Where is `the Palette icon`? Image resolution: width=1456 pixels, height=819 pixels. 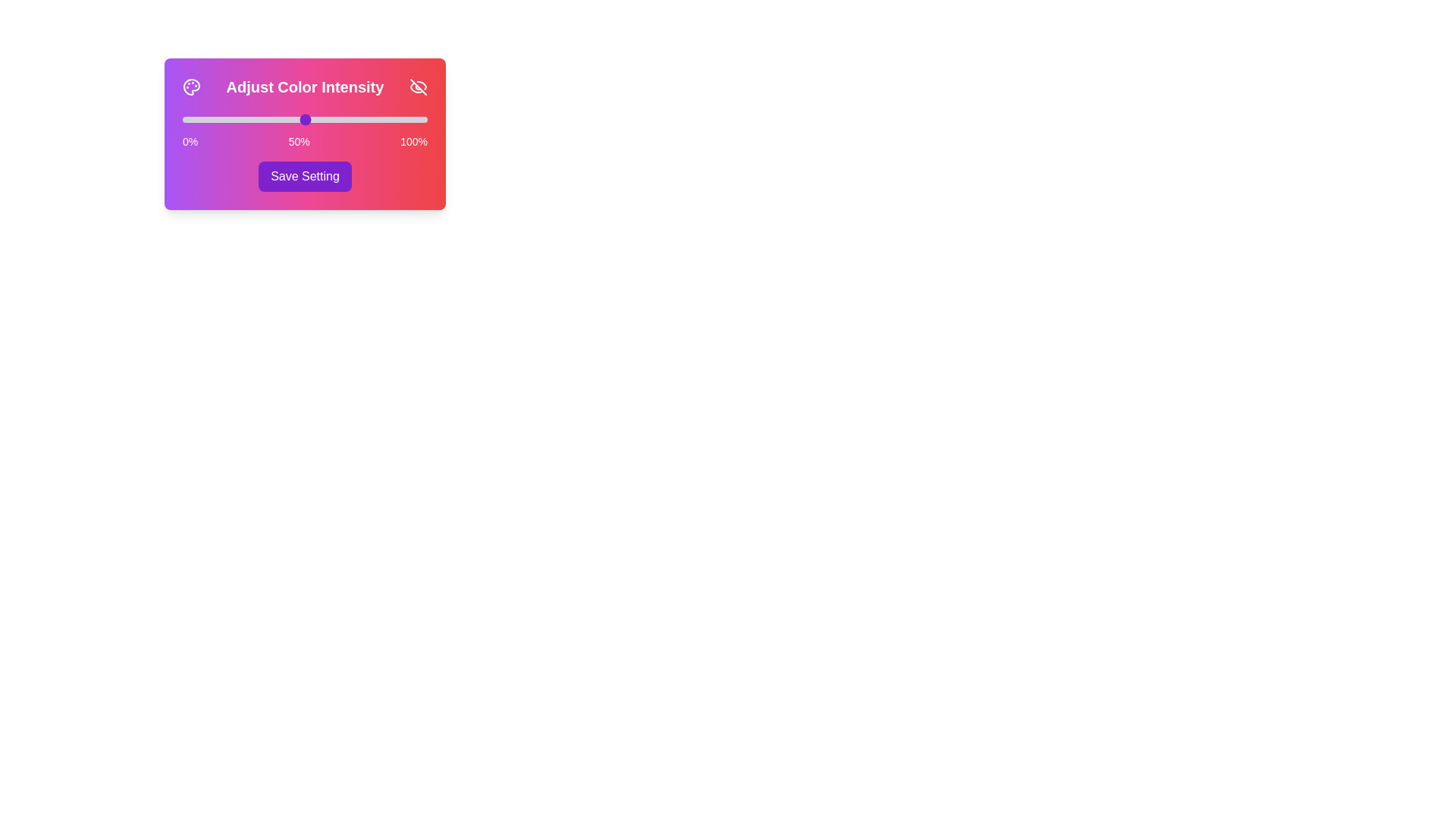
the Palette icon is located at coordinates (191, 87).